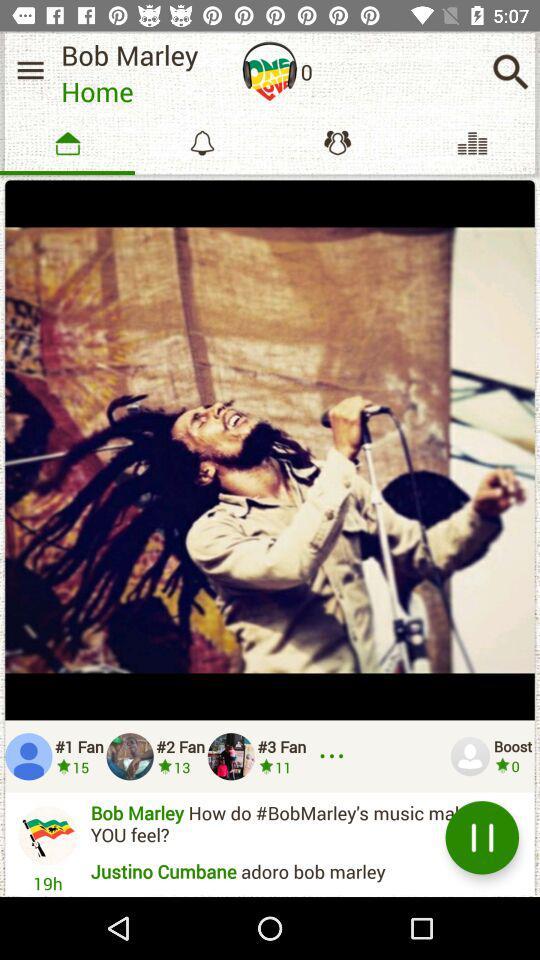 The height and width of the screenshot is (960, 540). Describe the element at coordinates (510, 71) in the screenshot. I see `icon next to the 0` at that location.